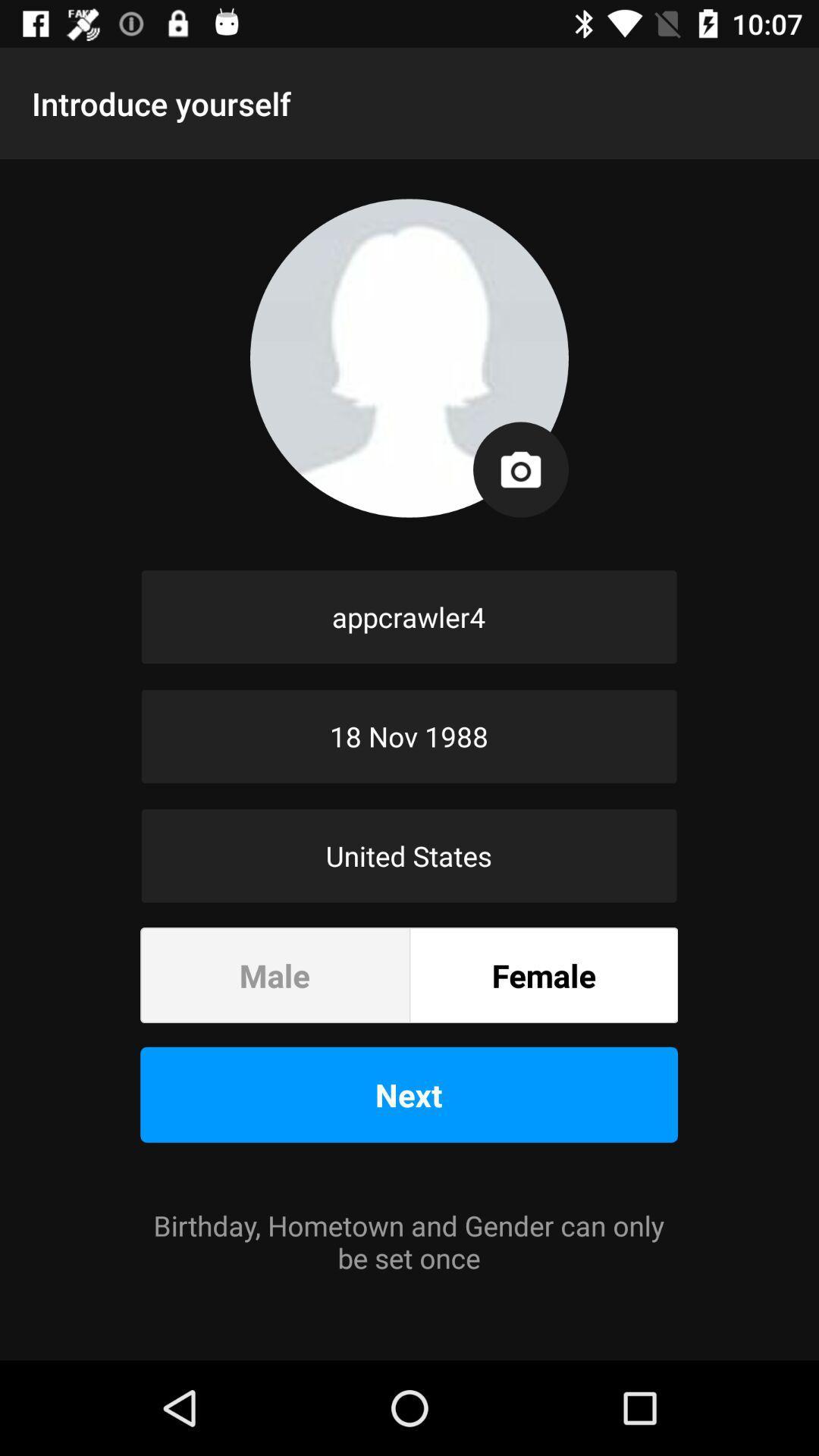 Image resolution: width=819 pixels, height=1456 pixels. What do you see at coordinates (543, 975) in the screenshot?
I see `icon above next item` at bounding box center [543, 975].